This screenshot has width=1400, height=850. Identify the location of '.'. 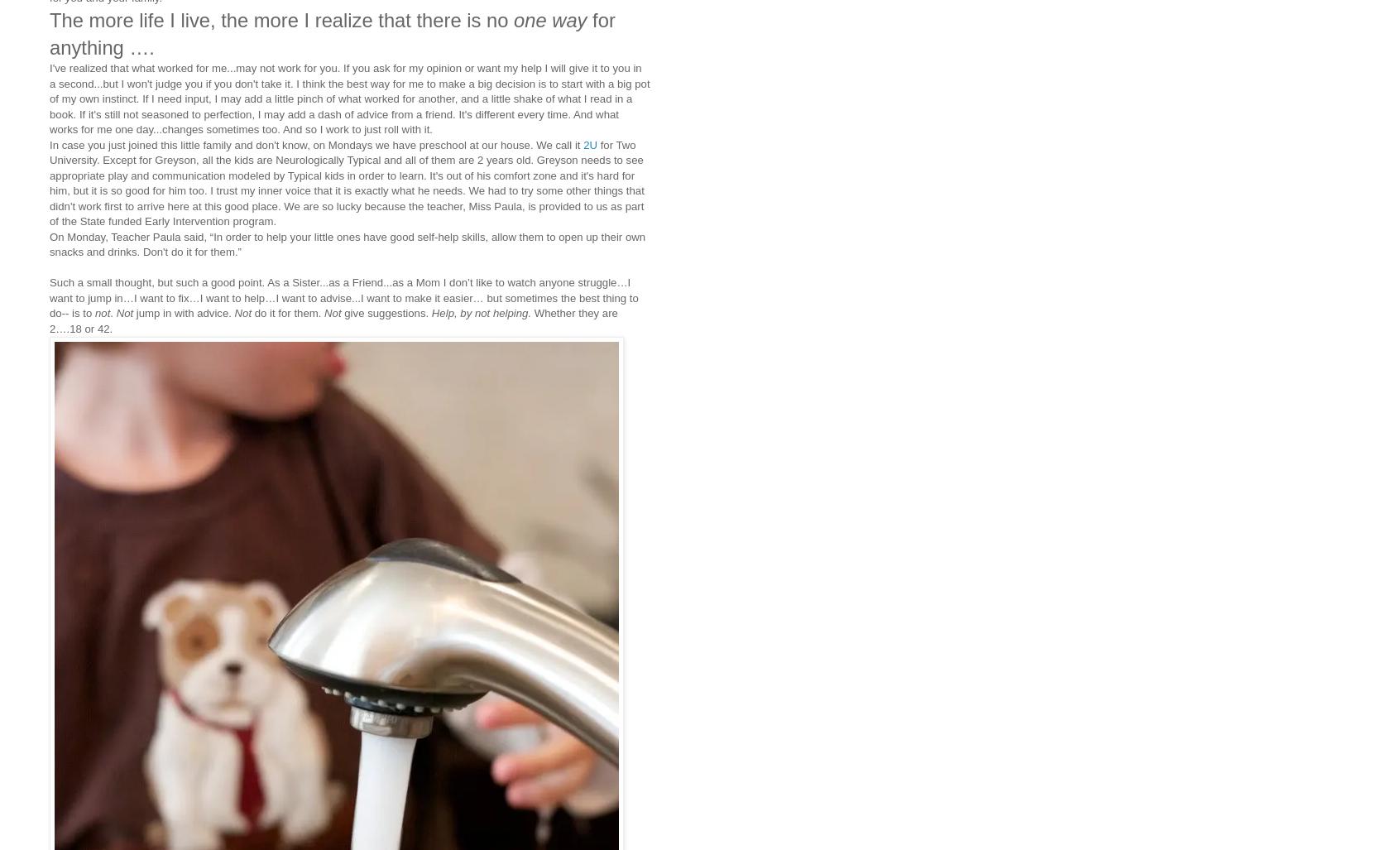
(113, 313).